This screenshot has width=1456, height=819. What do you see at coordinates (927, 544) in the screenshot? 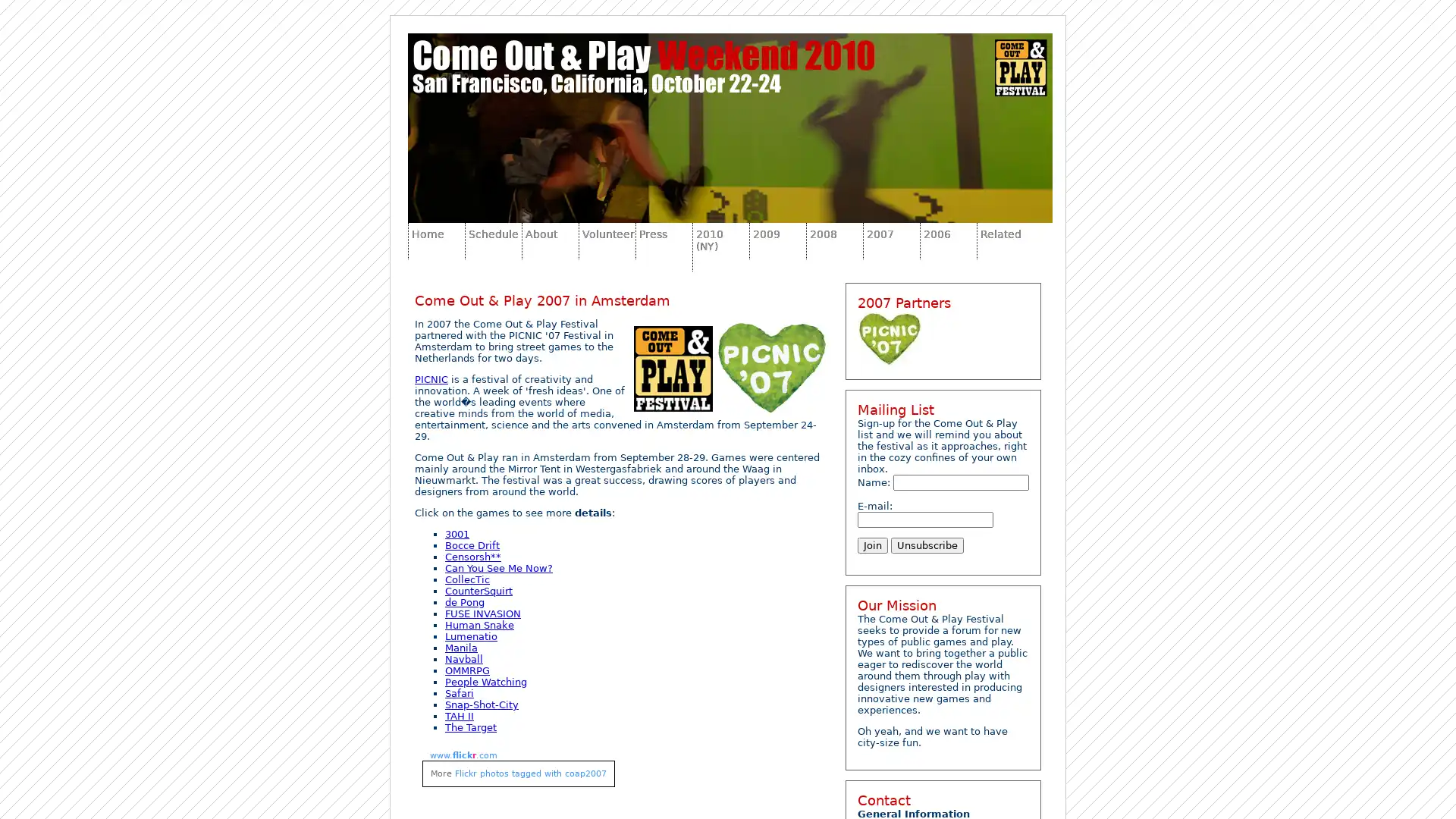
I see `Unsubscribe` at bounding box center [927, 544].